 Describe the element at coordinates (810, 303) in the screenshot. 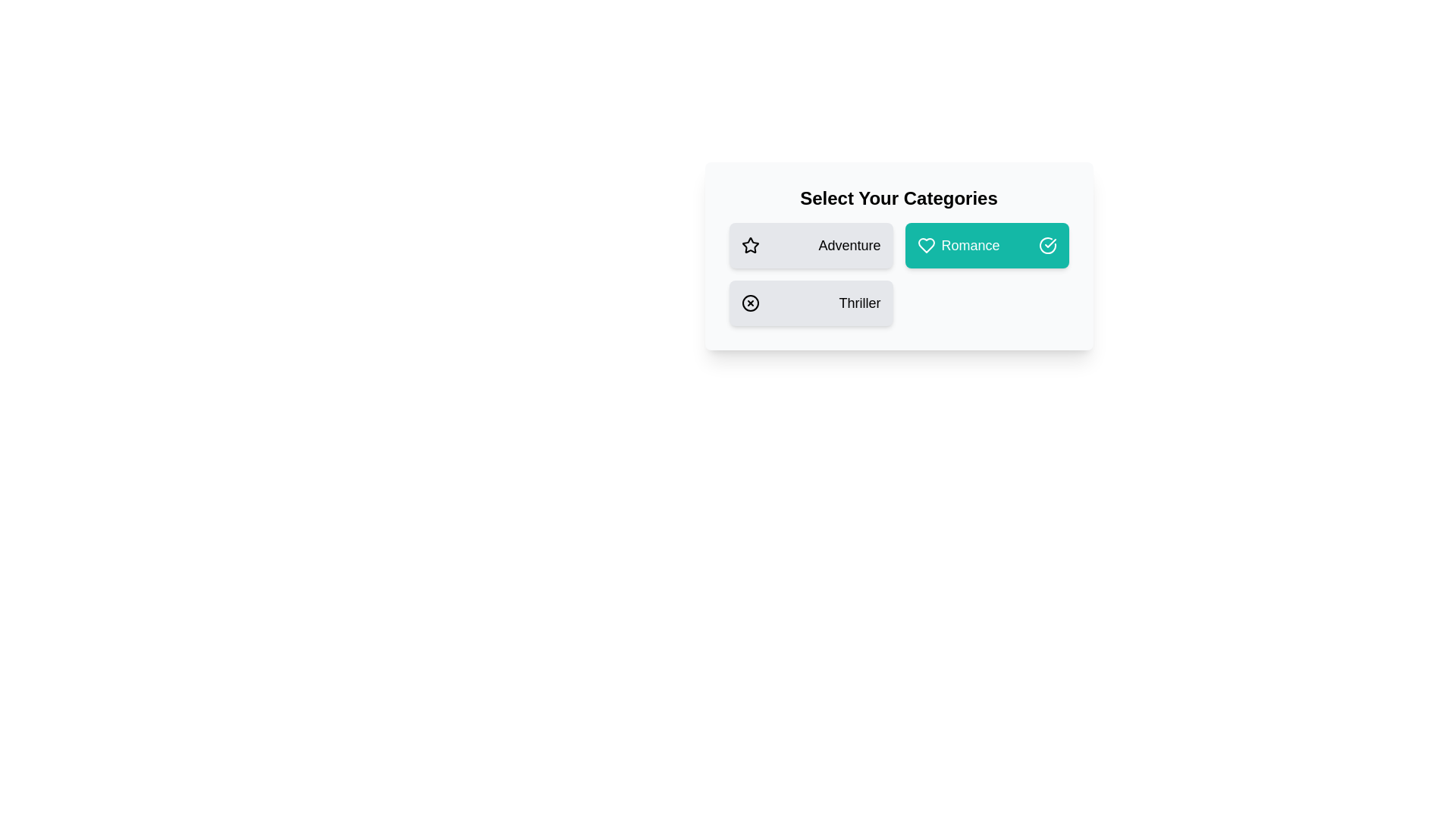

I see `the category Thriller` at that location.